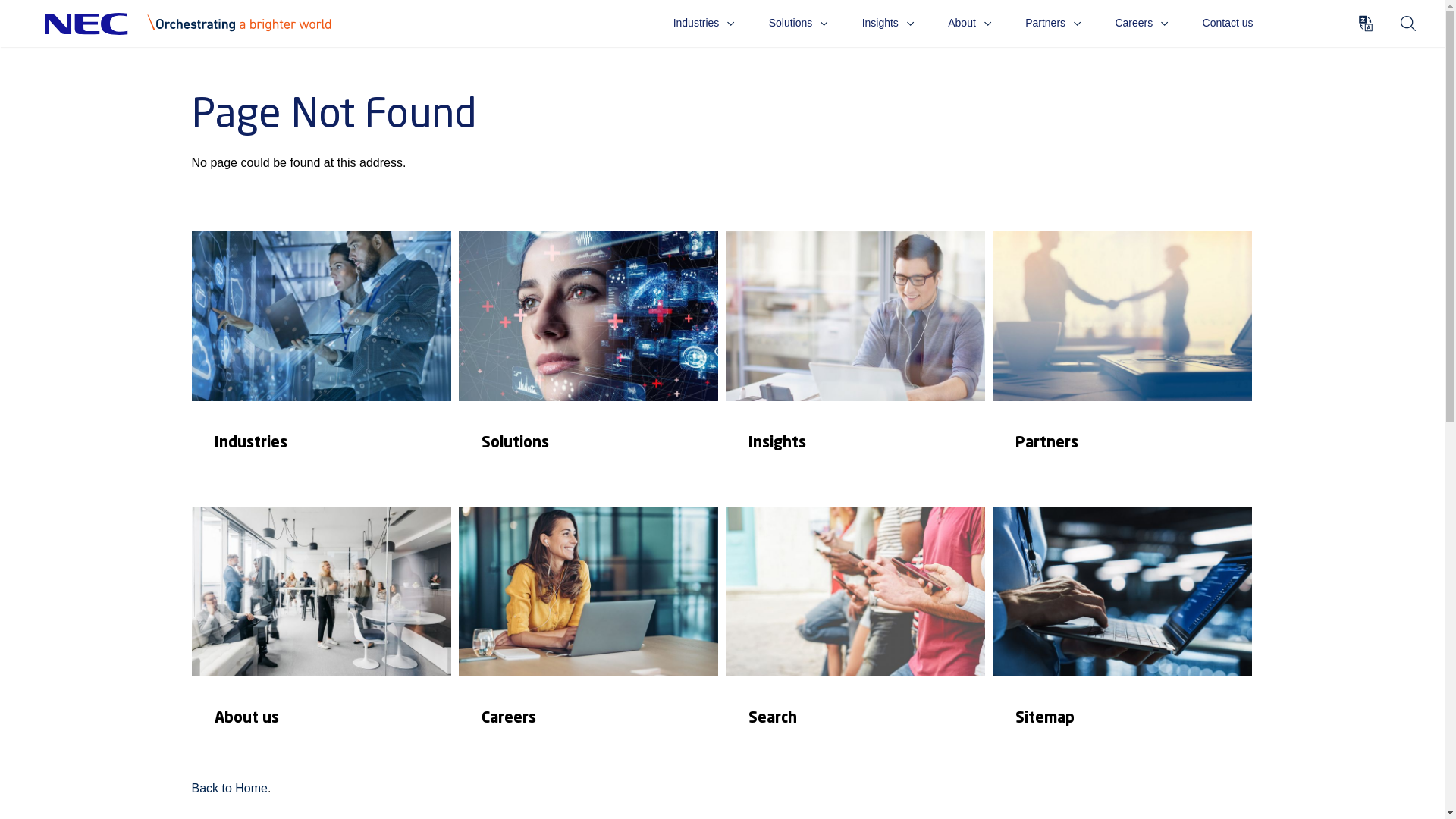 The height and width of the screenshot is (819, 1456). Describe the element at coordinates (946, 23) in the screenshot. I see `'About'` at that location.